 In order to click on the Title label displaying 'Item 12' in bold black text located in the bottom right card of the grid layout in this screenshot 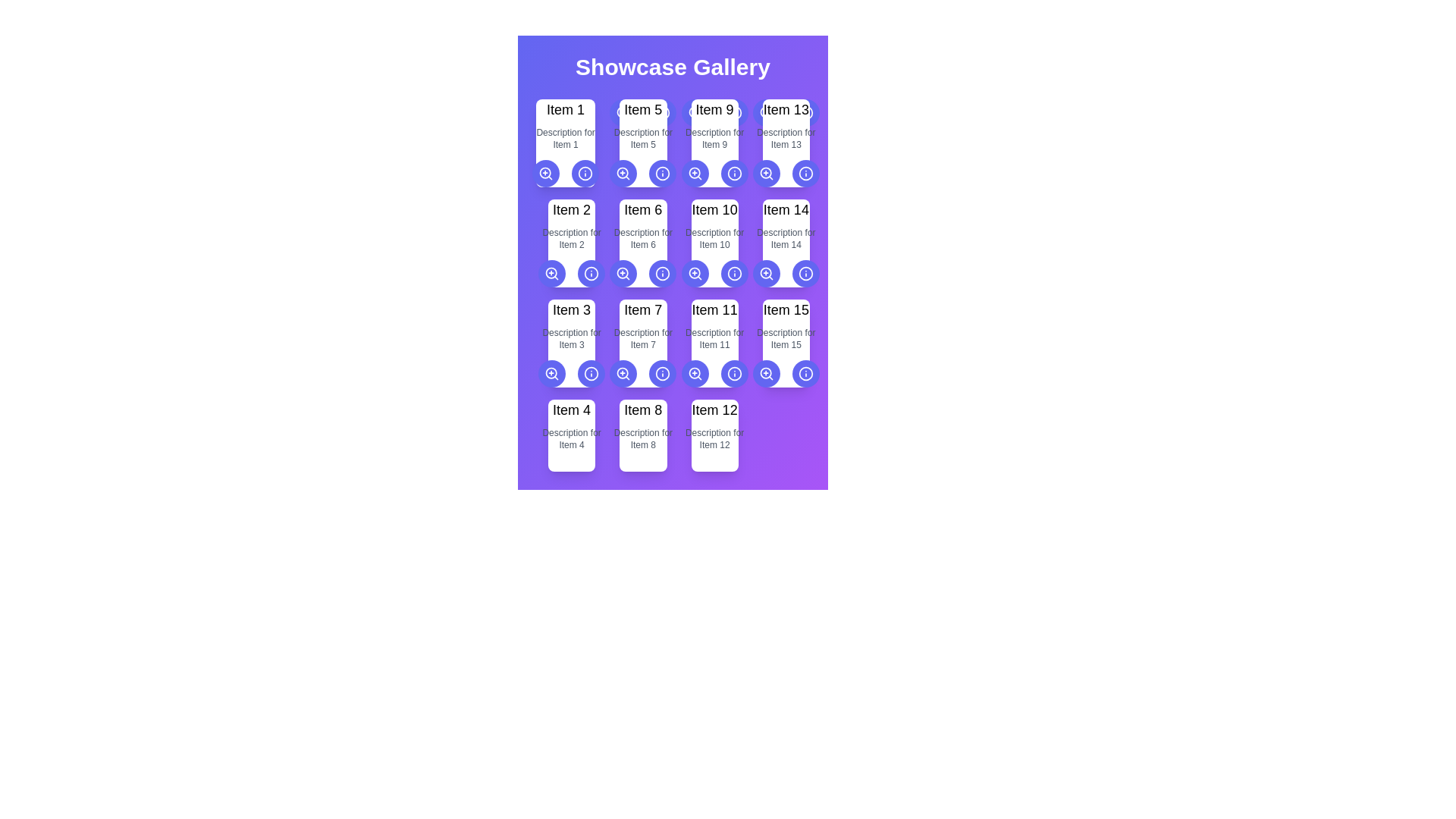, I will do `click(714, 409)`.